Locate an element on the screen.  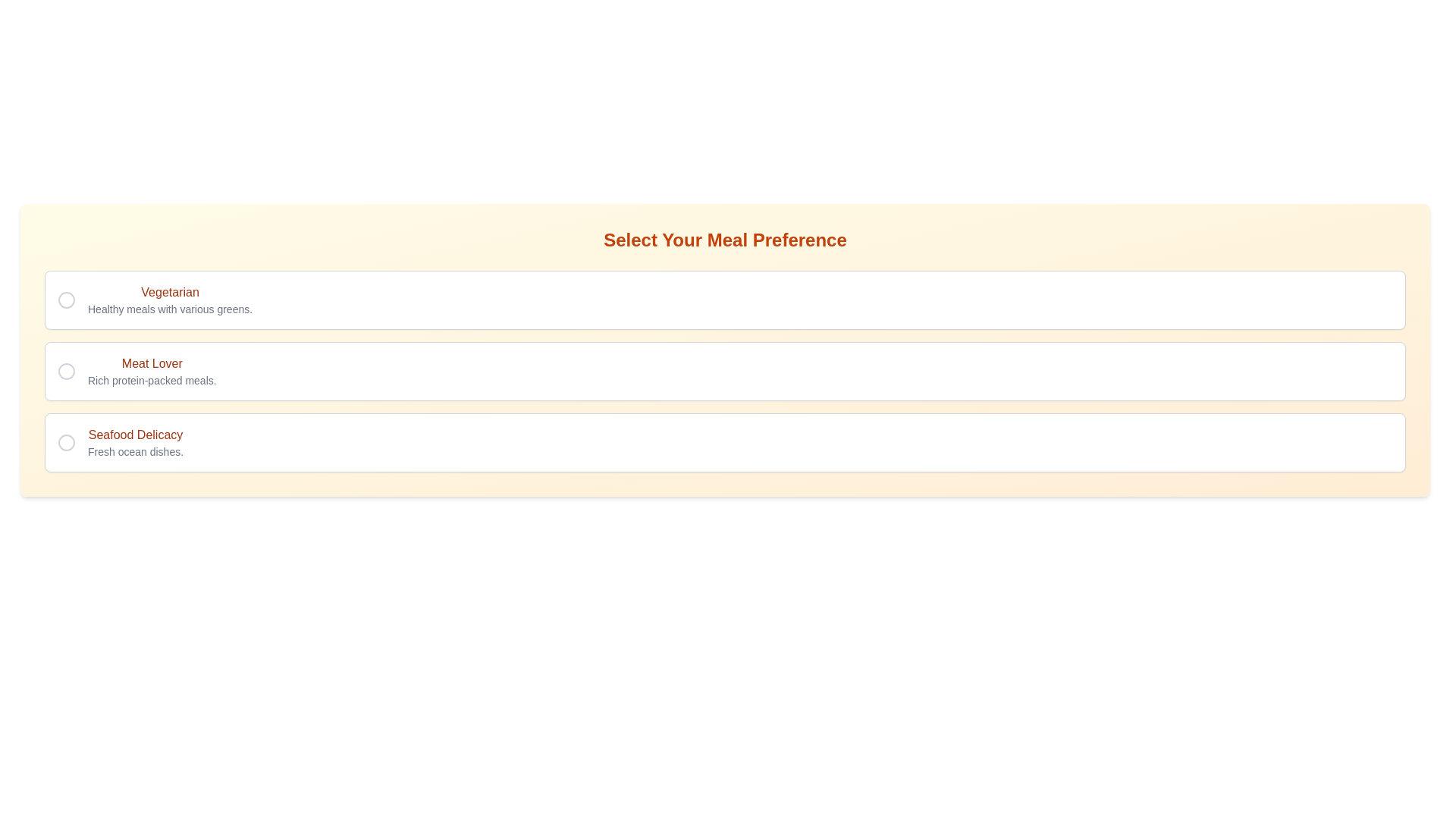
the descriptive text label providing information about the 'Meat Lover' meal option, located directly below its title is located at coordinates (152, 379).